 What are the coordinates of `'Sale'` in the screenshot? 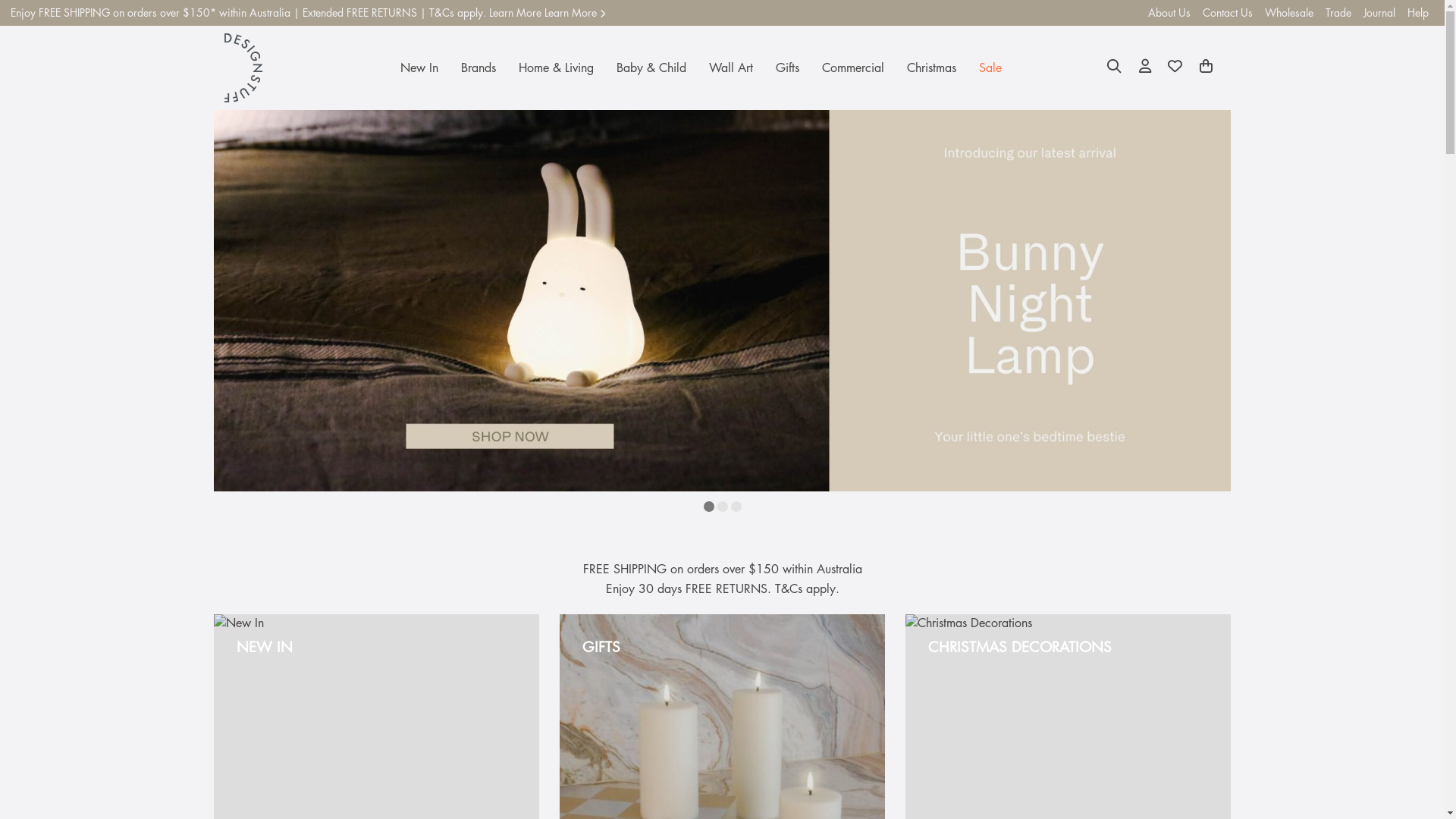 It's located at (990, 67).